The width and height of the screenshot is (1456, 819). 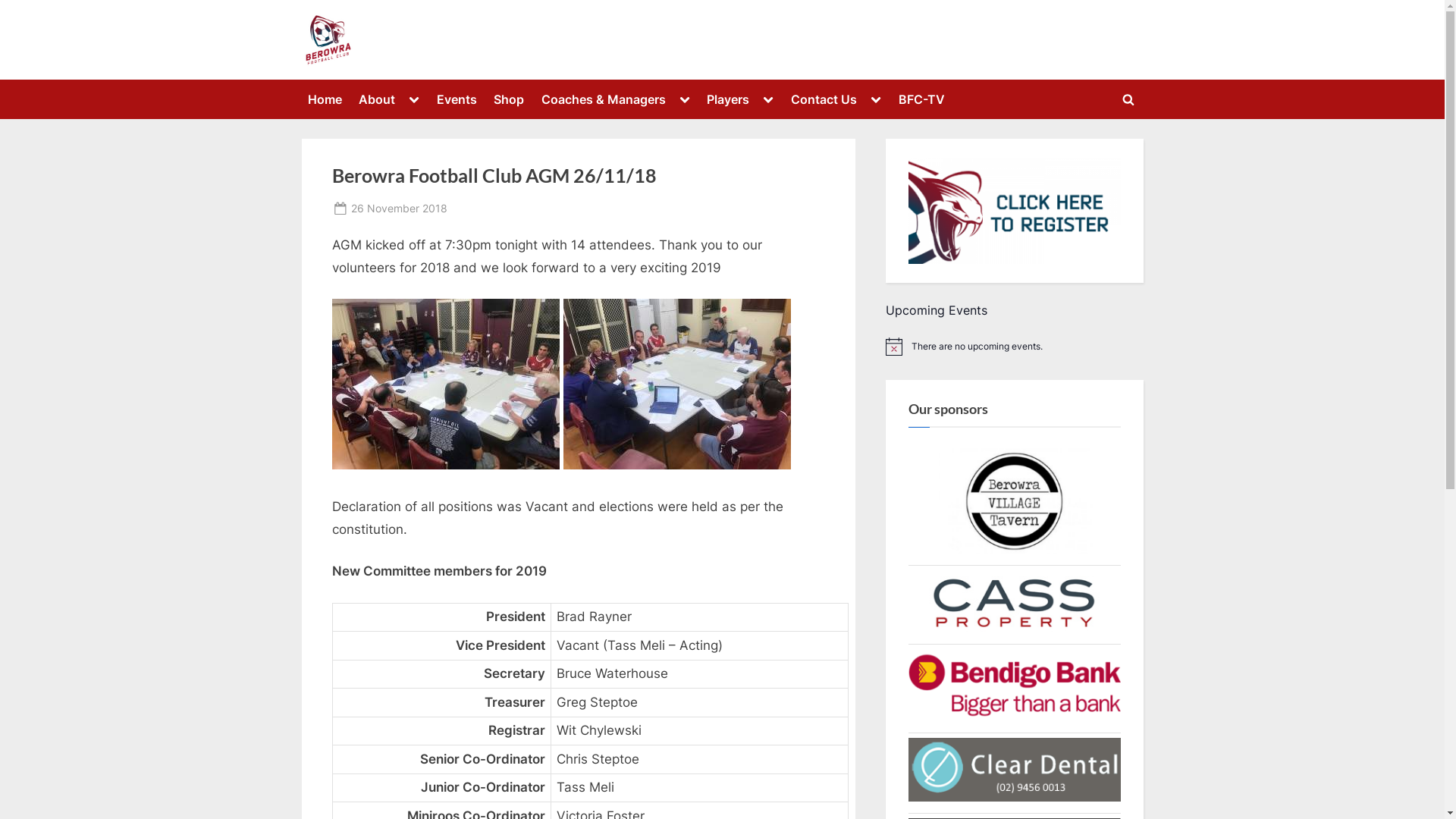 I want to click on 'Players', so click(x=728, y=99).